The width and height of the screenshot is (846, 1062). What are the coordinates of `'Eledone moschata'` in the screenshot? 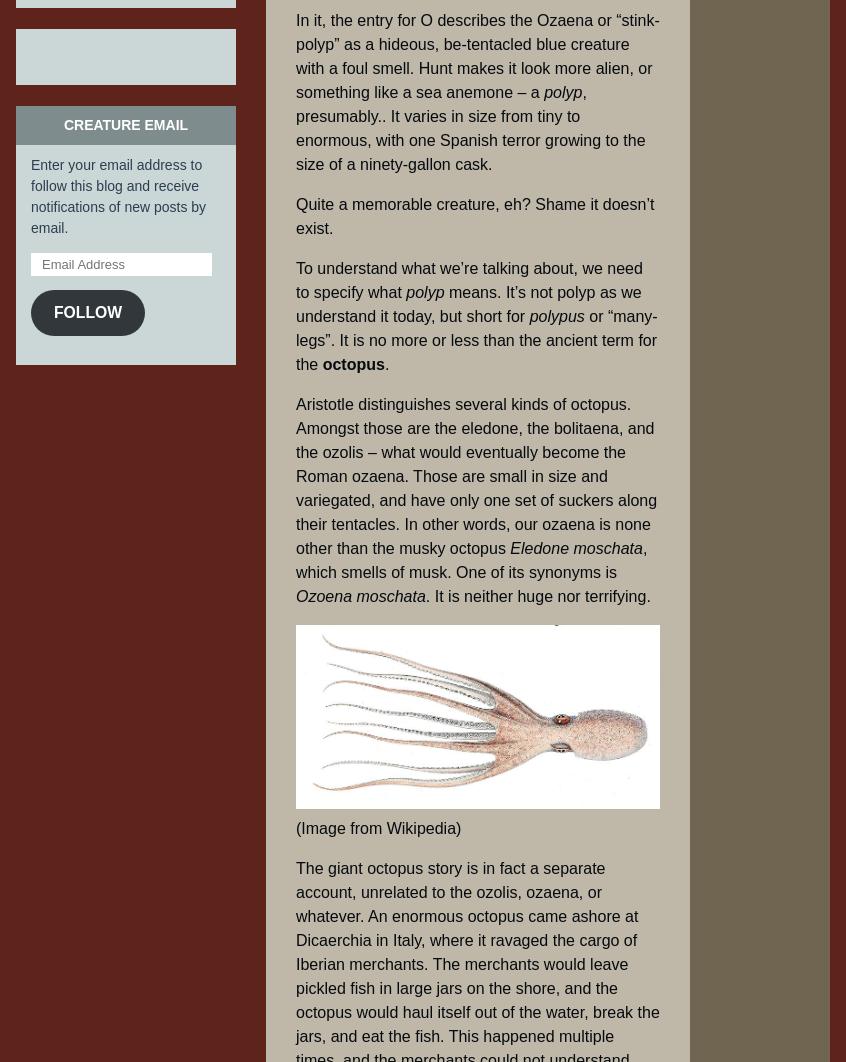 It's located at (575, 548).